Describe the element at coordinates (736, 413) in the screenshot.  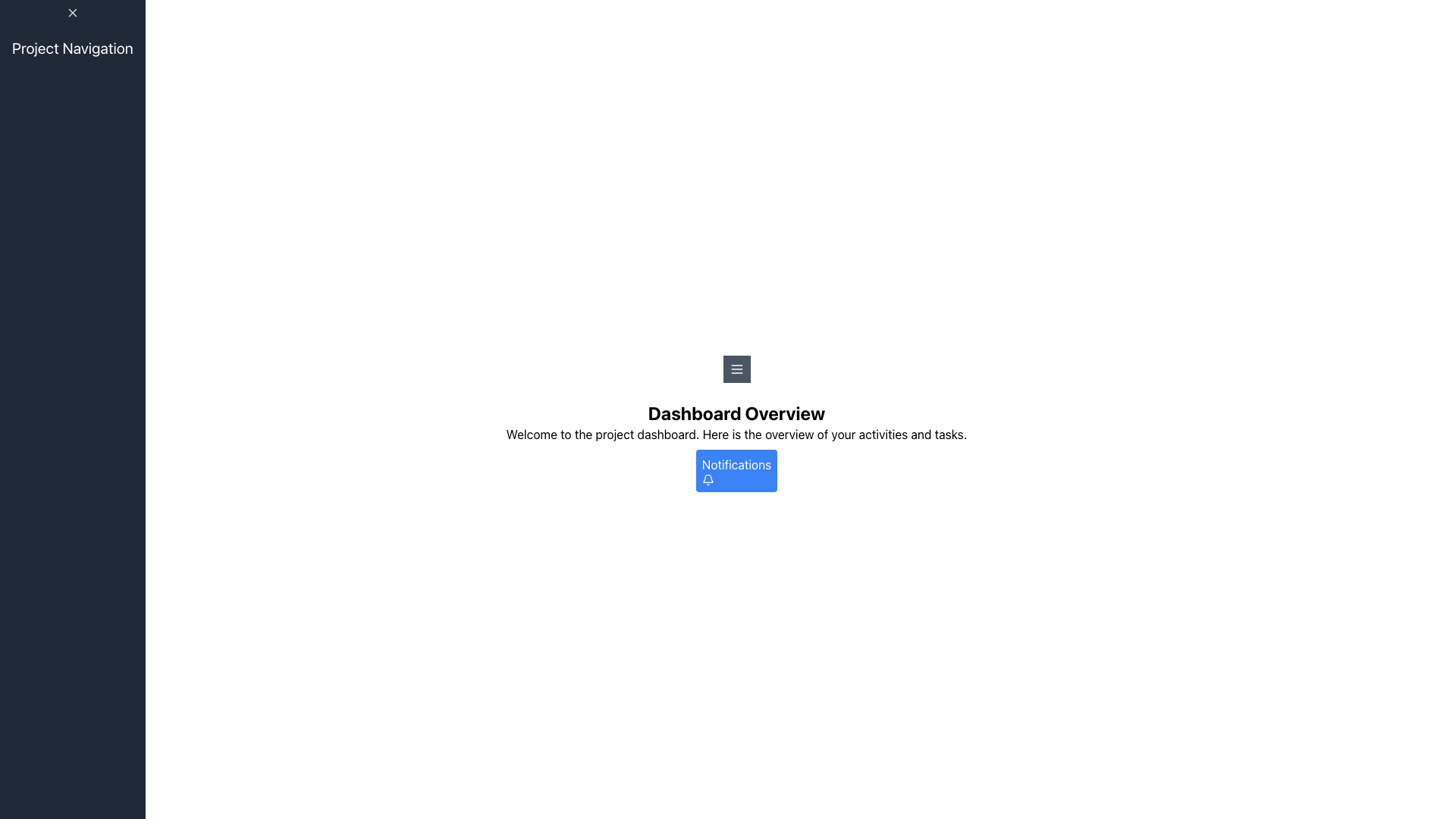
I see `the large, bold textual header displaying 'Dashboard Overview', which is prominently positioned at the top of the section containing additional information and a button` at that location.